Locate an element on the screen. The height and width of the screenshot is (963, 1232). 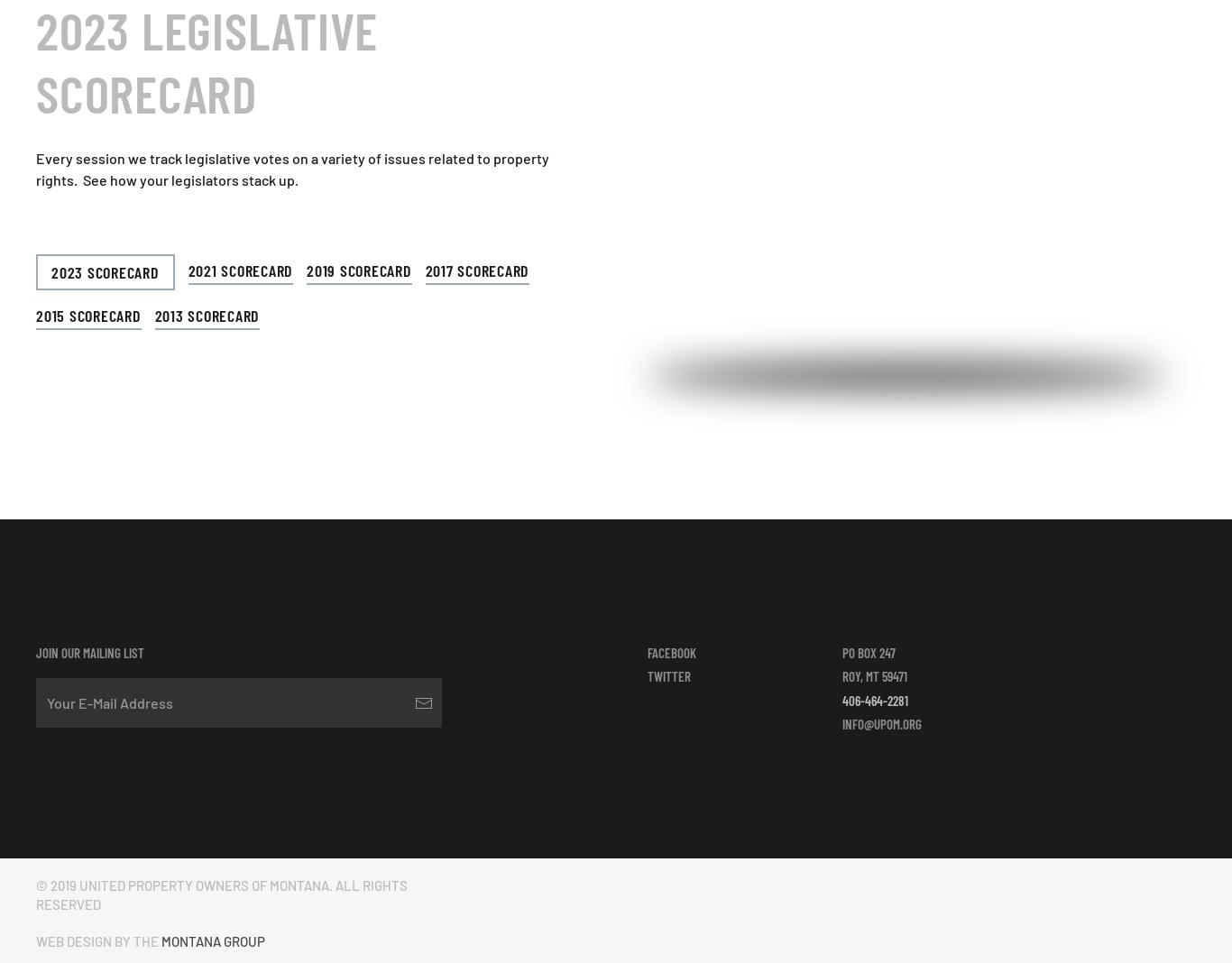
'Join our mailing list' is located at coordinates (89, 652).